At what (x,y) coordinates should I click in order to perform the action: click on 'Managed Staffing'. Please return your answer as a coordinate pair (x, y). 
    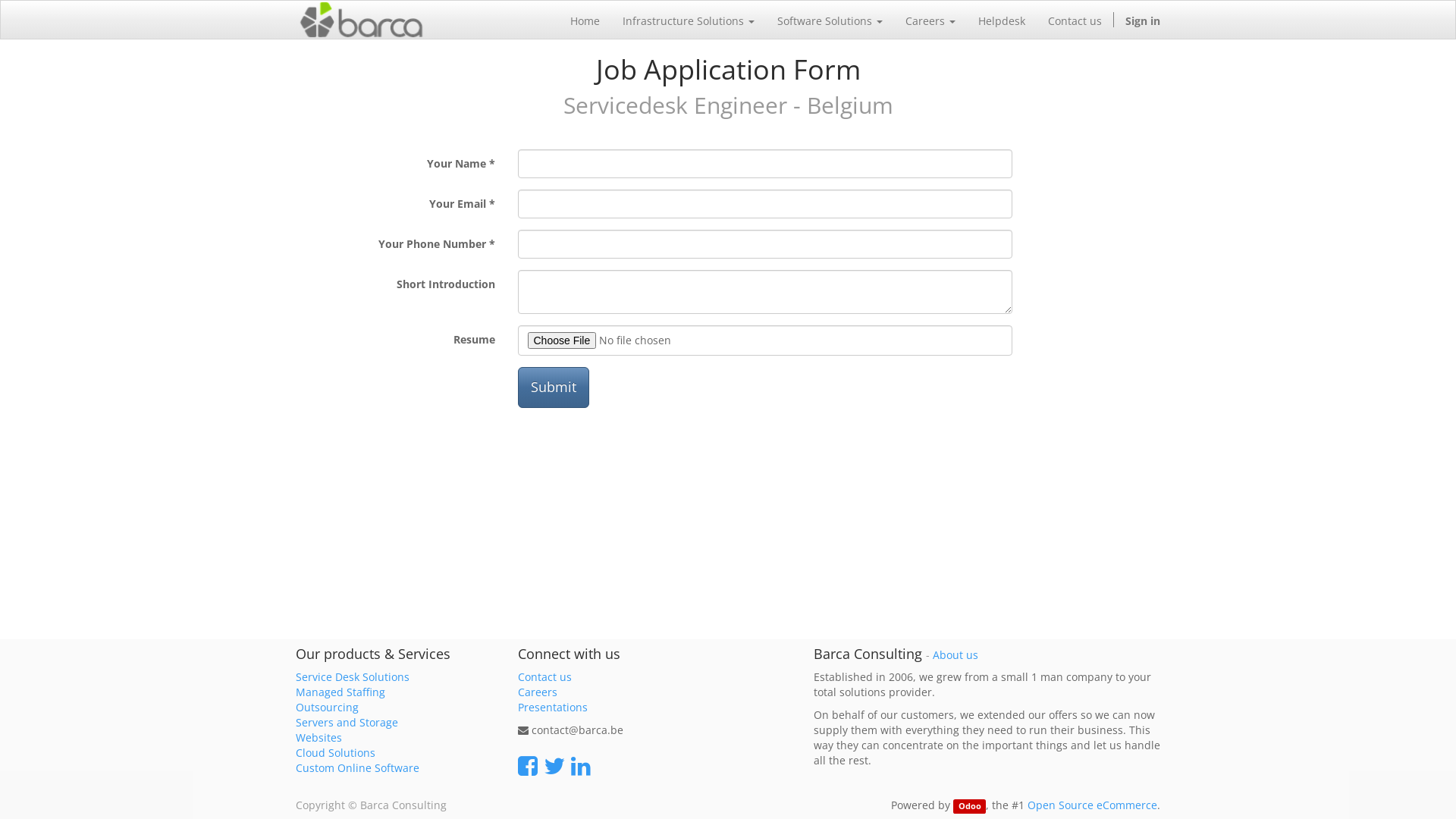
    Looking at the image, I should click on (340, 692).